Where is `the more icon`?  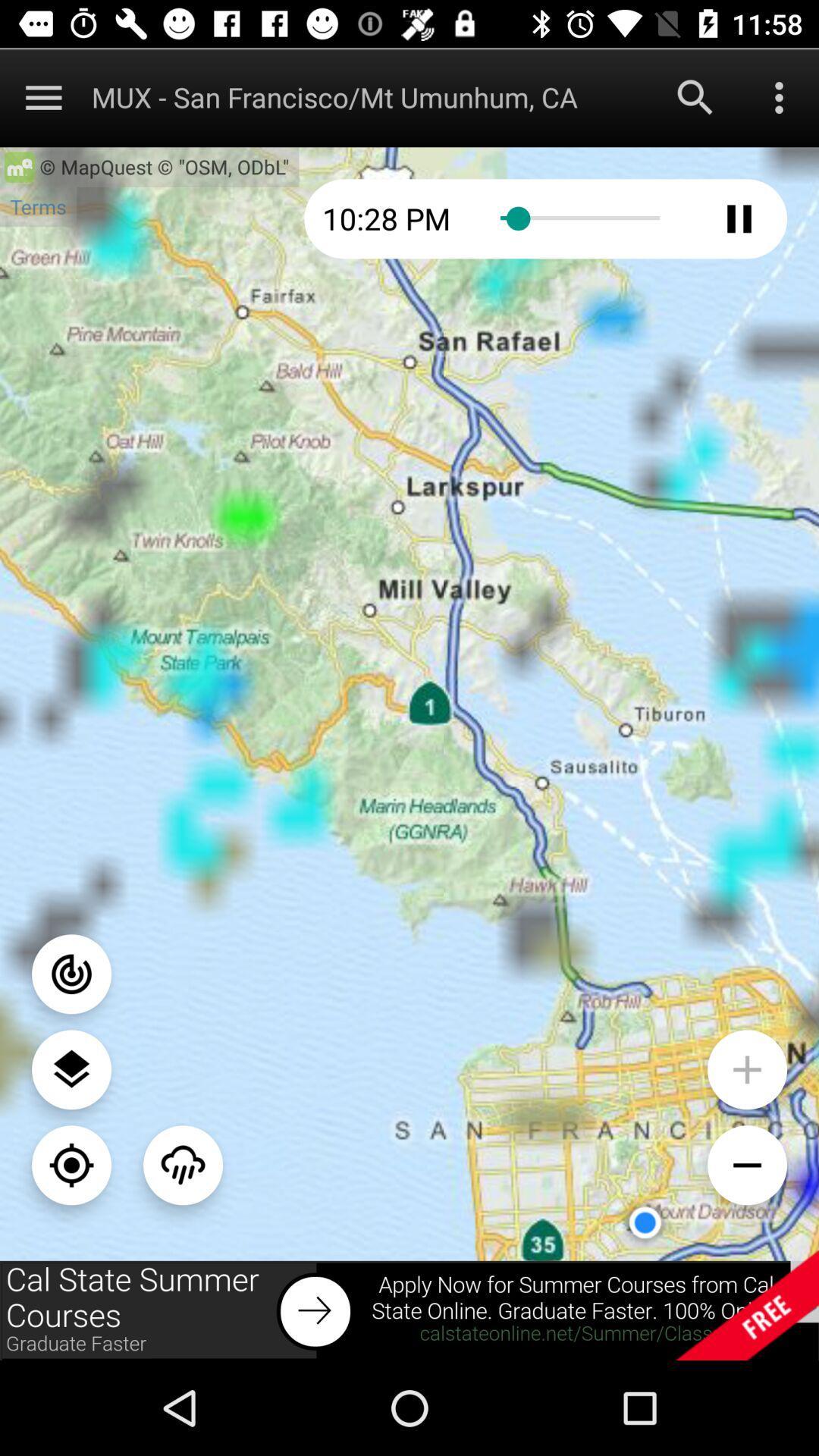 the more icon is located at coordinates (779, 96).